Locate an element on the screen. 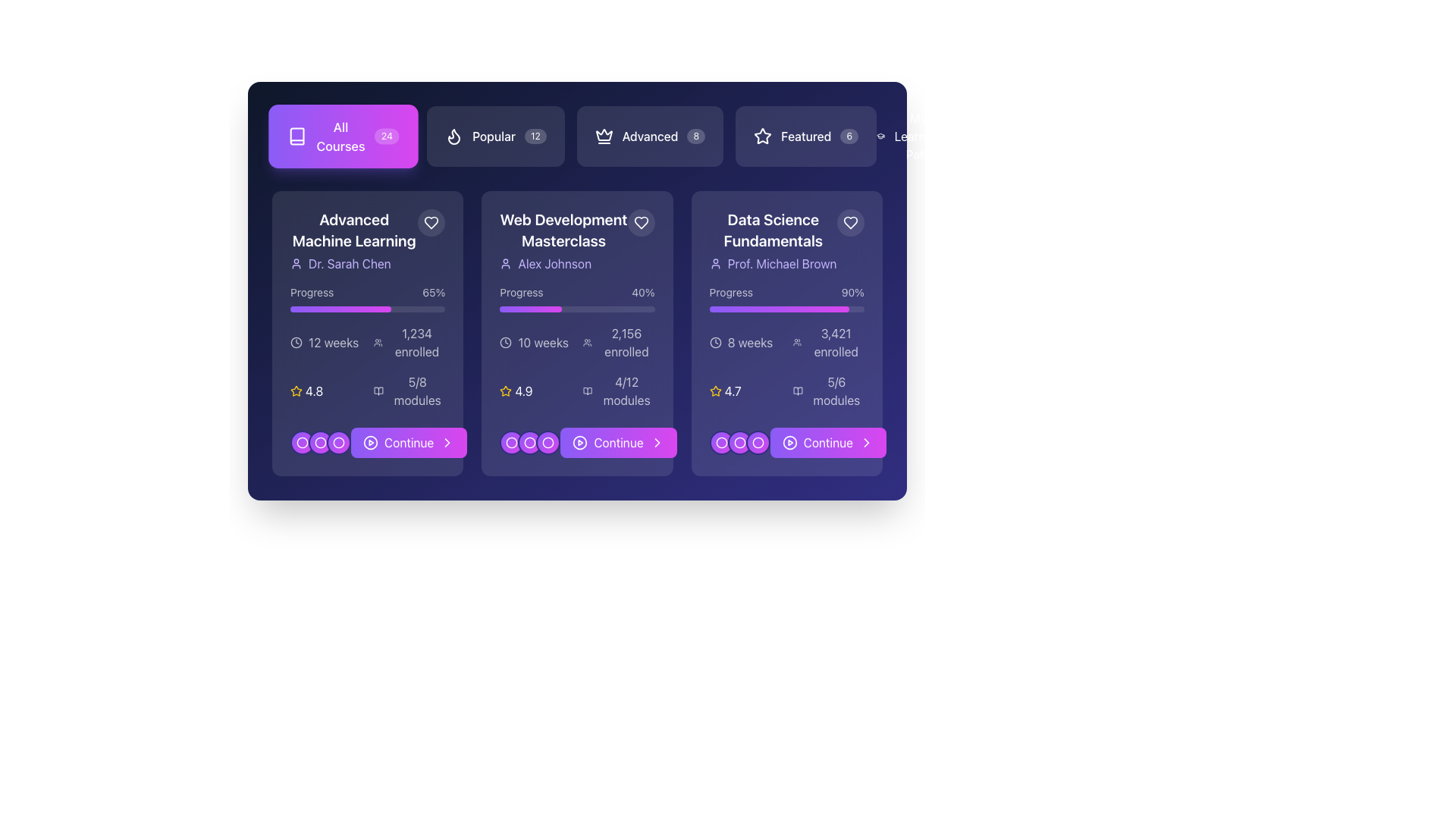  the text indicating the number of participants enrolled in the course, which is located in the second column beneath the duration indicator and above the progress bar and rating details is located at coordinates (619, 342).